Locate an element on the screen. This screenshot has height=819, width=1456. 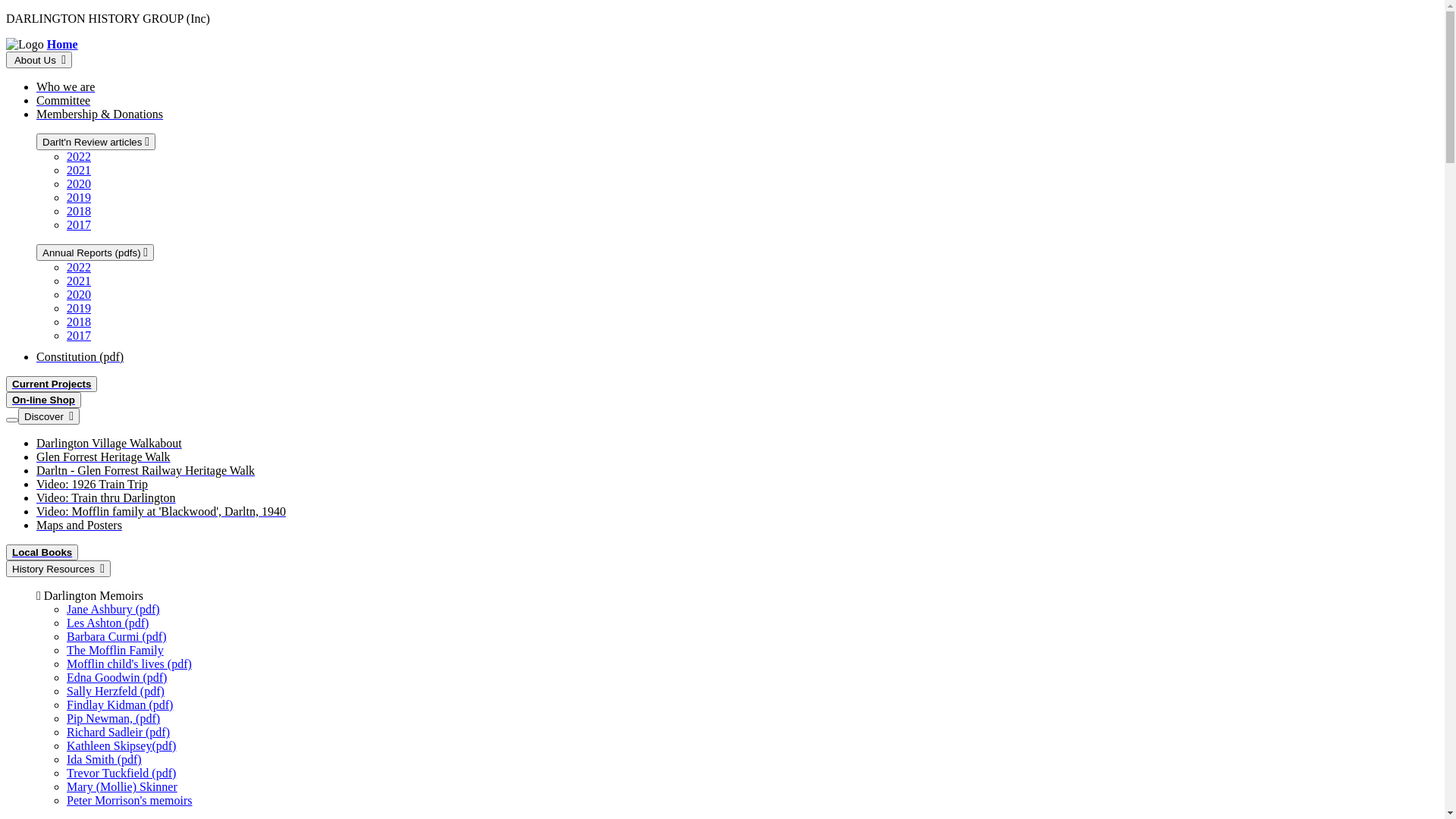
'Kathleen Skipsey(pdf)' is located at coordinates (120, 745).